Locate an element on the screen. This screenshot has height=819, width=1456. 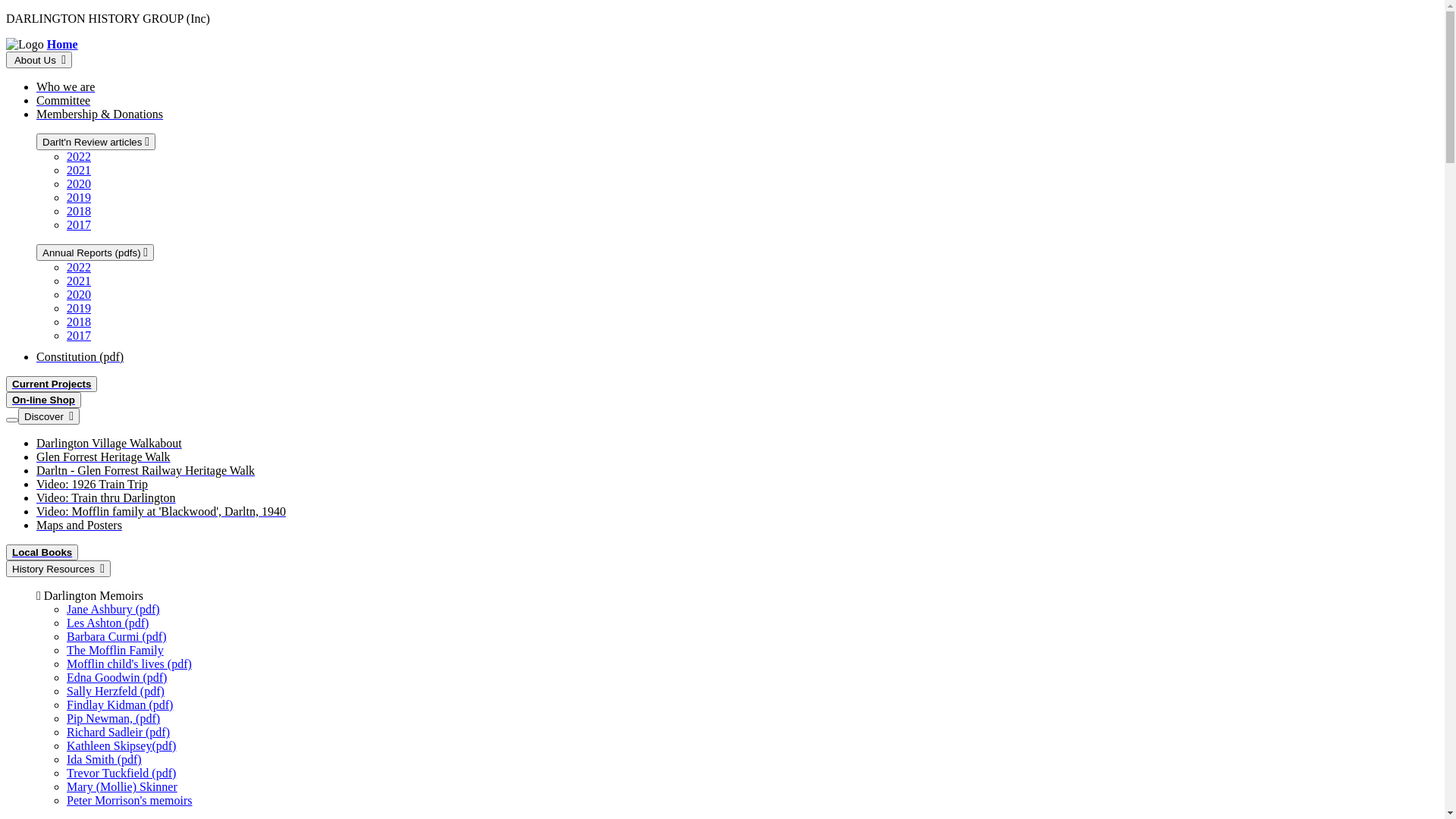
'Kathleen Skipsey(pdf)' is located at coordinates (120, 745).